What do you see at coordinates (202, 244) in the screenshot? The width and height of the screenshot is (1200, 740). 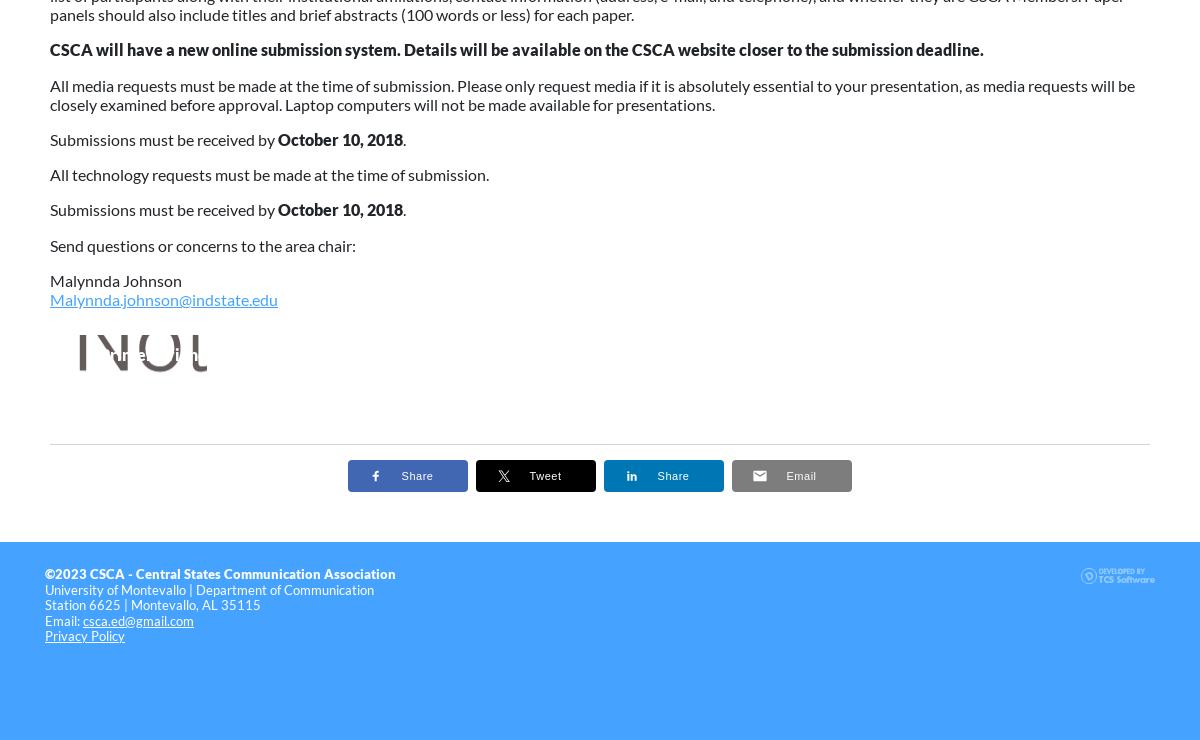 I see `'Send questions or concerns to the area chair:'` at bounding box center [202, 244].